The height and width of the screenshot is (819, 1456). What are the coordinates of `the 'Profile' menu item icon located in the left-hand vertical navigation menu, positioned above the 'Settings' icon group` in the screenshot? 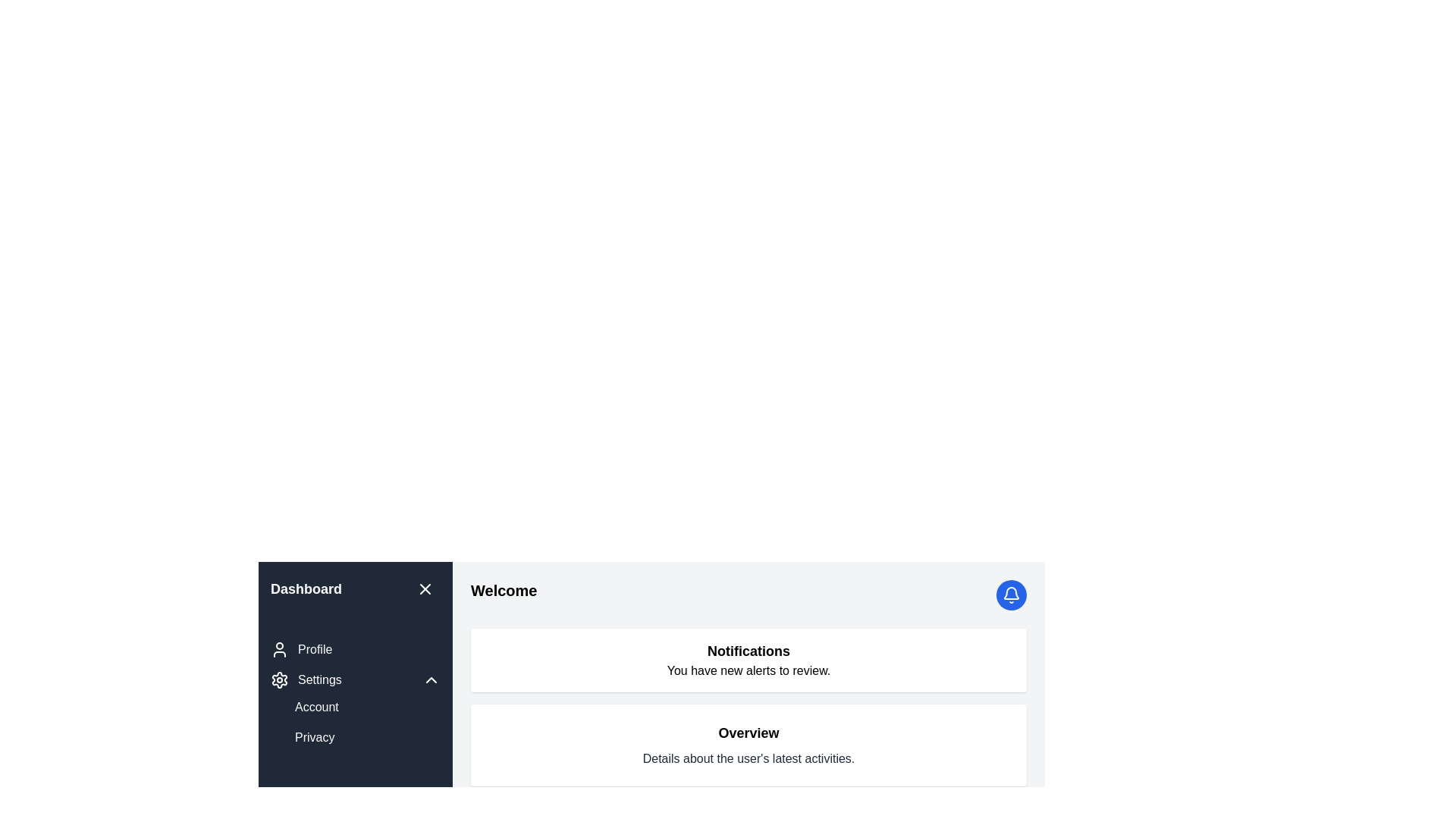 It's located at (280, 648).